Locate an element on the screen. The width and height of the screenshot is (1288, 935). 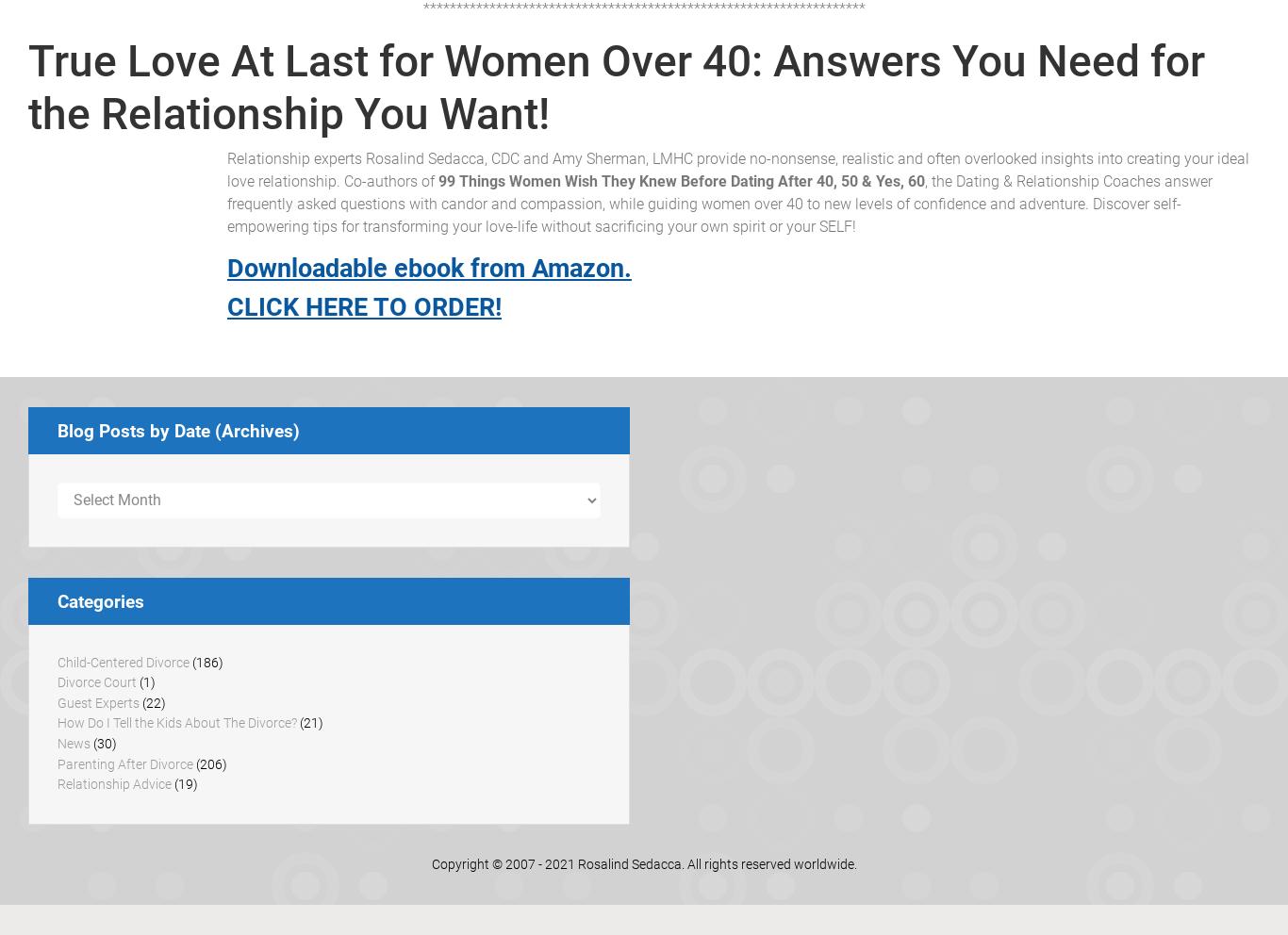
'Parenting After Divorce' is located at coordinates (124, 763).